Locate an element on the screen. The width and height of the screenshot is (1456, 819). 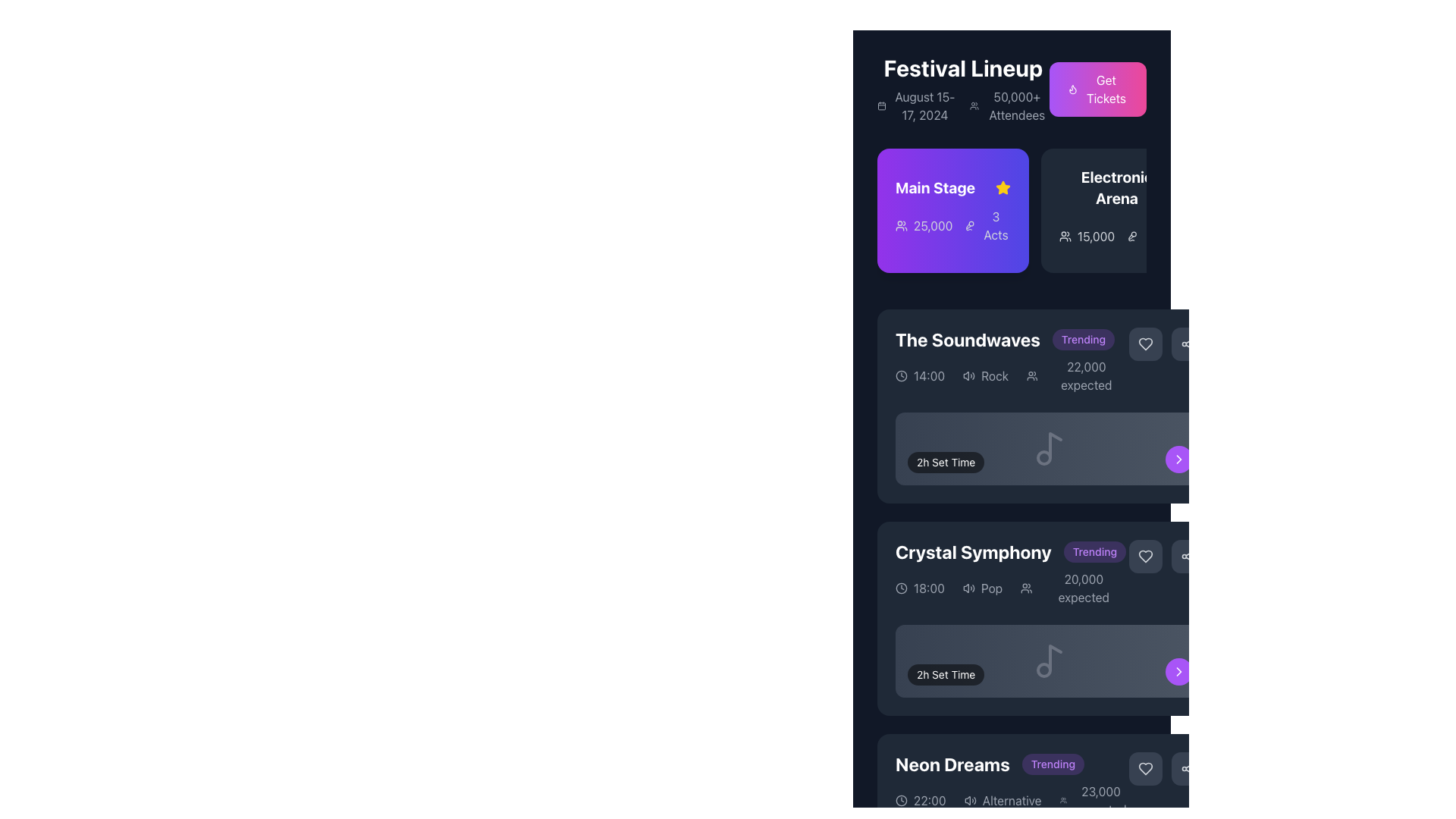
the static text display that shows '18:00', which is styled in white text on a dark background and located to the left of the text 'Pop' in the event details for 'Crystal Symphony' is located at coordinates (928, 587).